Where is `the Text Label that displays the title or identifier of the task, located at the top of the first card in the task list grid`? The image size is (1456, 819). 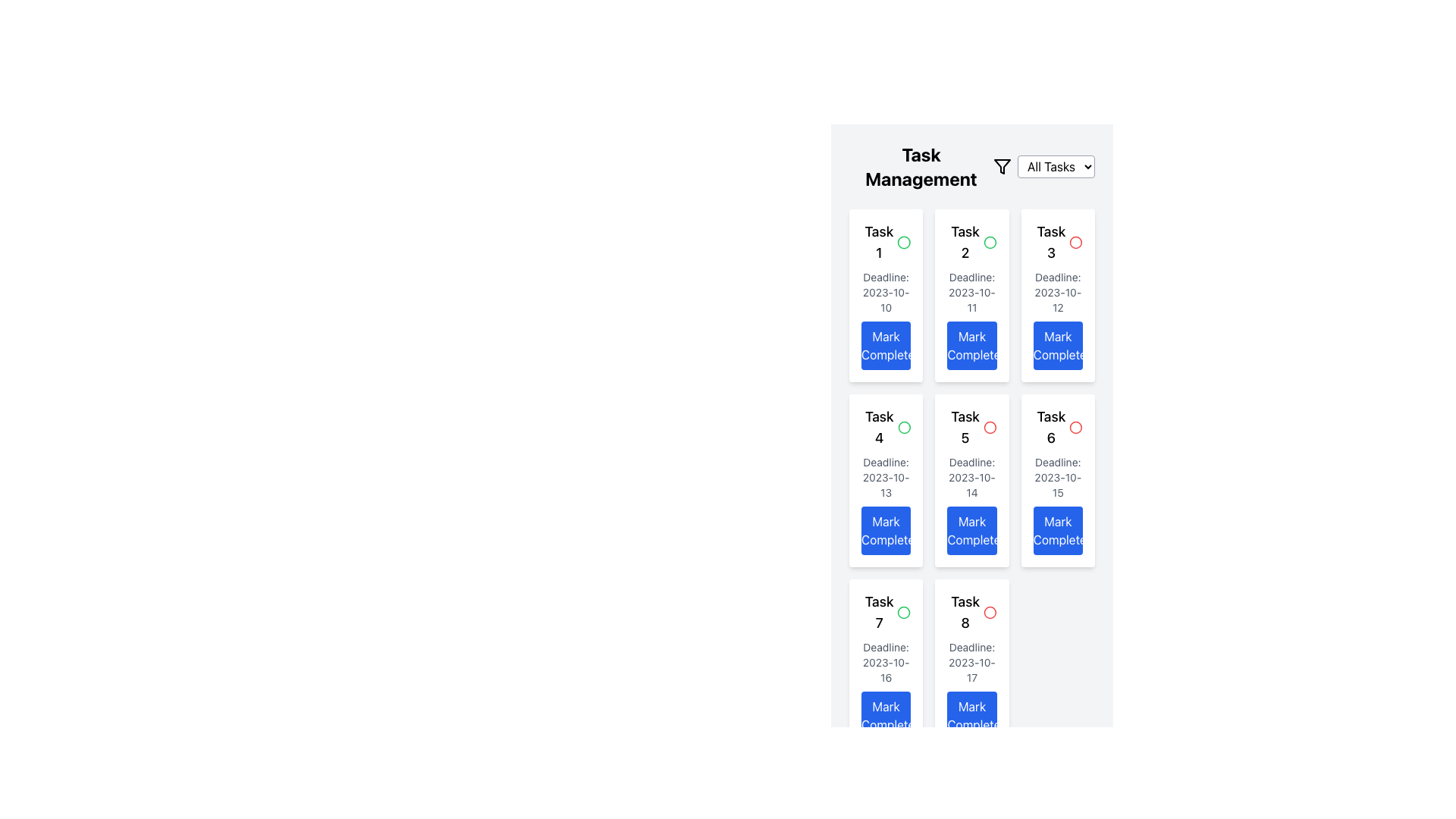
the Text Label that displays the title or identifier of the task, located at the top of the first card in the task list grid is located at coordinates (879, 242).